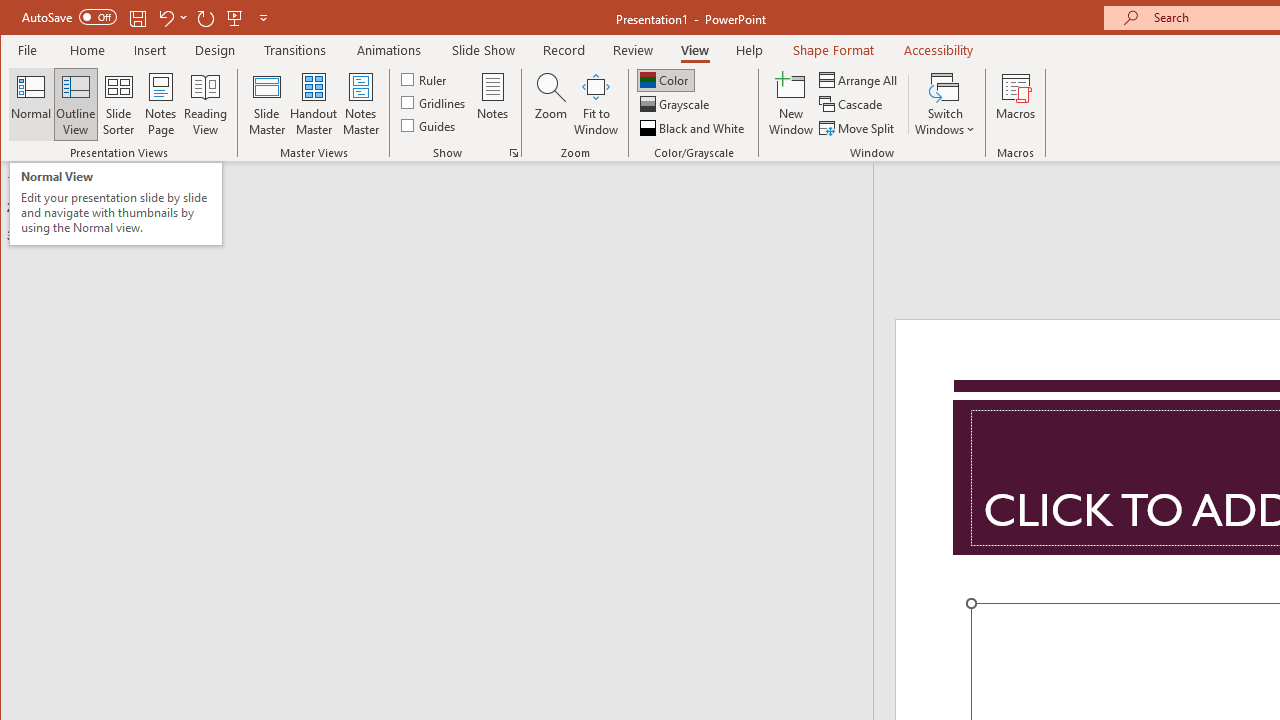 This screenshot has height=720, width=1280. Describe the element at coordinates (434, 102) in the screenshot. I see `'Gridlines'` at that location.